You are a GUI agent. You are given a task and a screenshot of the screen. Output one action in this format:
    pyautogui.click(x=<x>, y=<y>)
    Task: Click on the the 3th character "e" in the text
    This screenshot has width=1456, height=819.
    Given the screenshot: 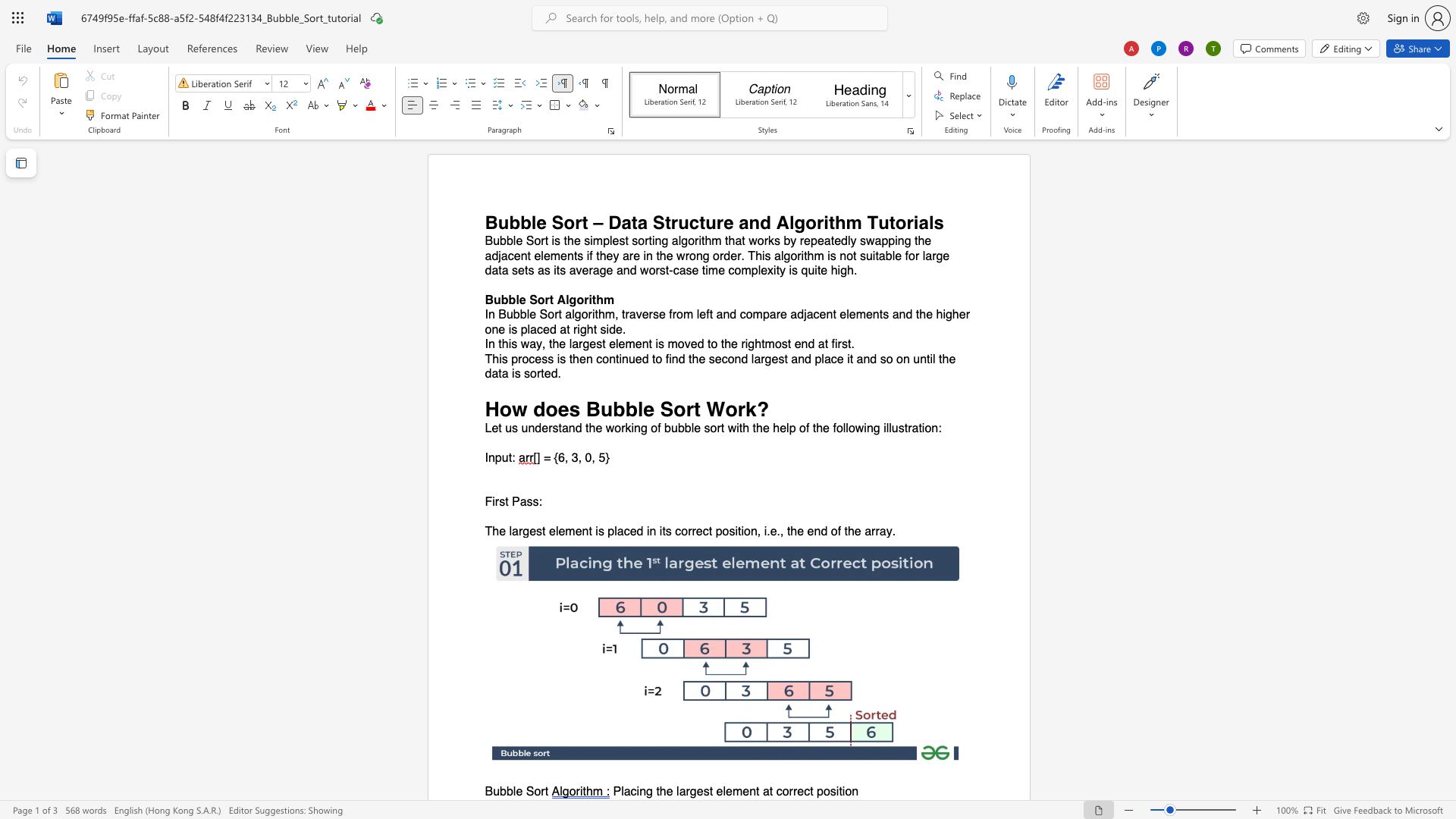 What is the action you would take?
    pyautogui.click(x=719, y=791)
    